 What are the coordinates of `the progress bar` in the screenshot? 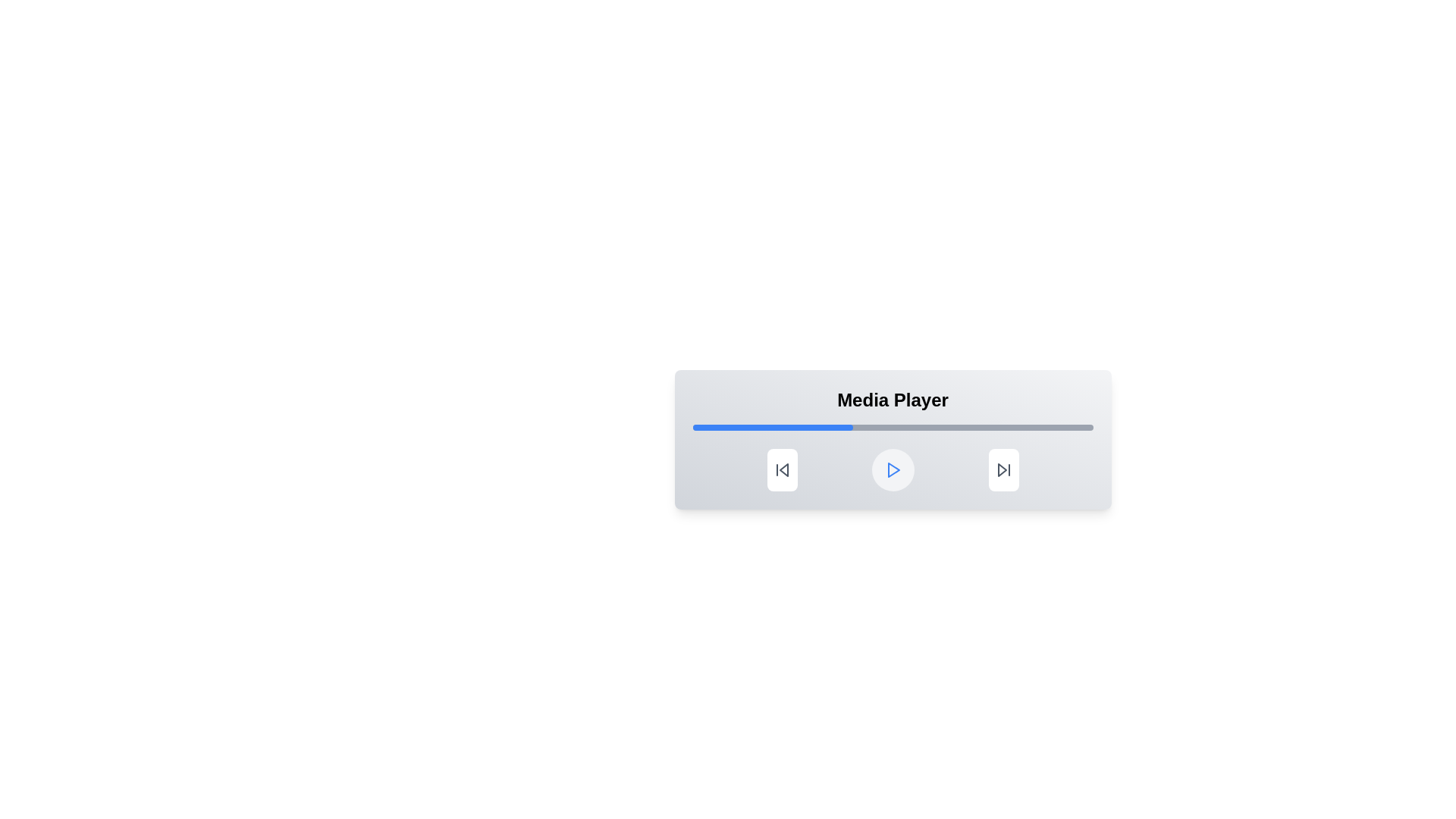 It's located at (956, 427).